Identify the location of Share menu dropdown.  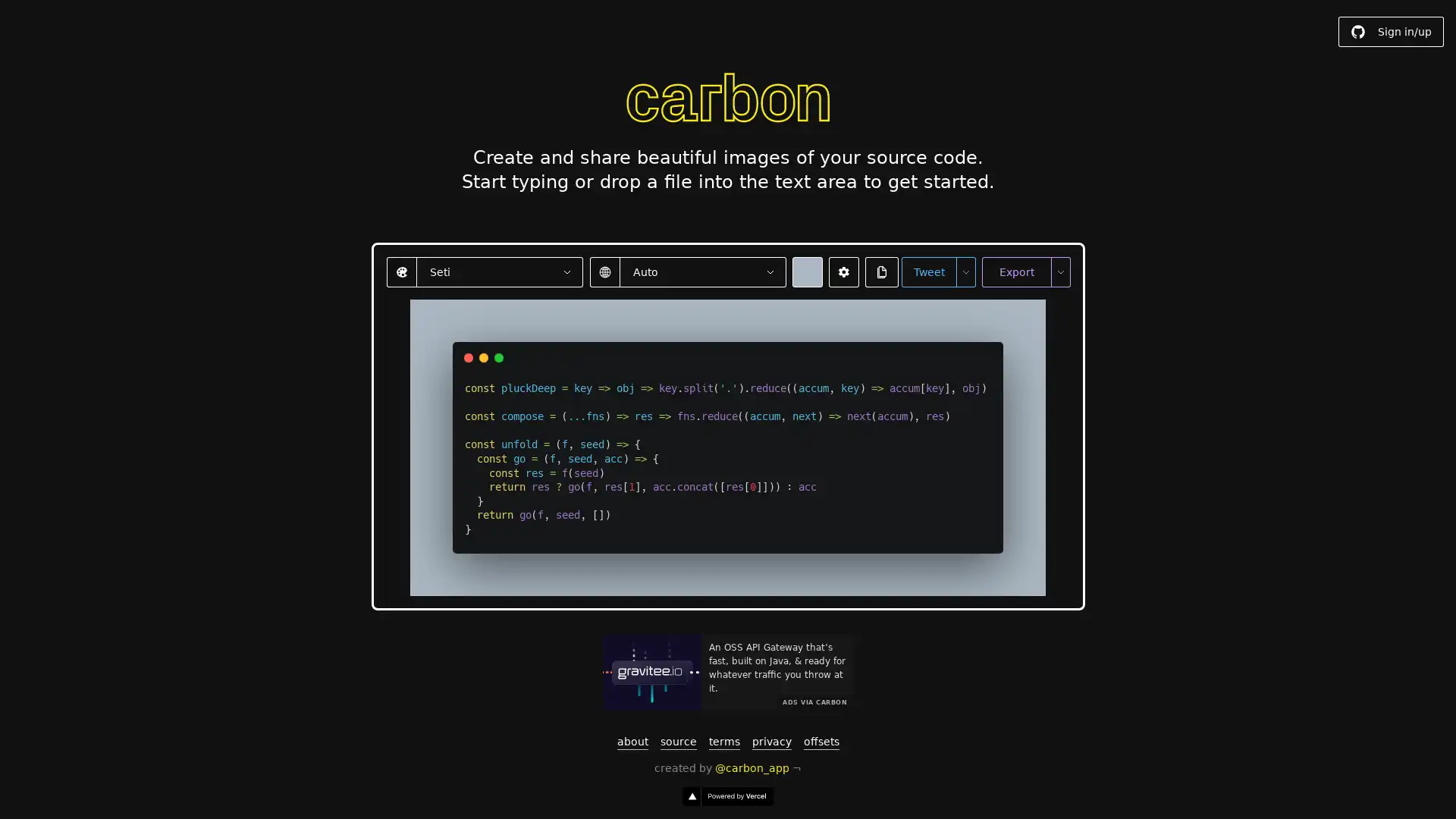
(964, 271).